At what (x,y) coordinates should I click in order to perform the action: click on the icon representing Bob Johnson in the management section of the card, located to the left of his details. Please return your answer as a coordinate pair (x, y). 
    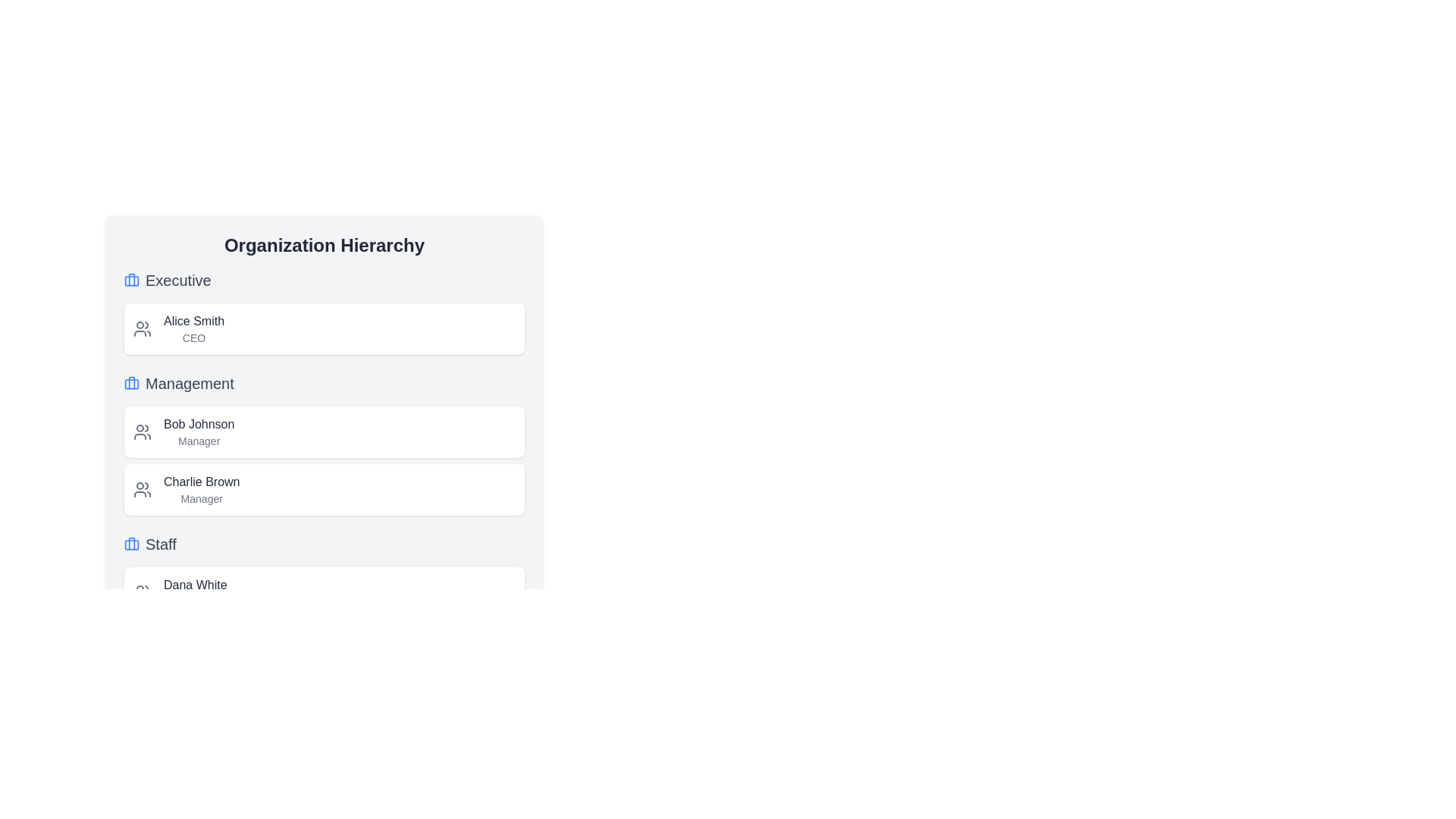
    Looking at the image, I should click on (142, 432).